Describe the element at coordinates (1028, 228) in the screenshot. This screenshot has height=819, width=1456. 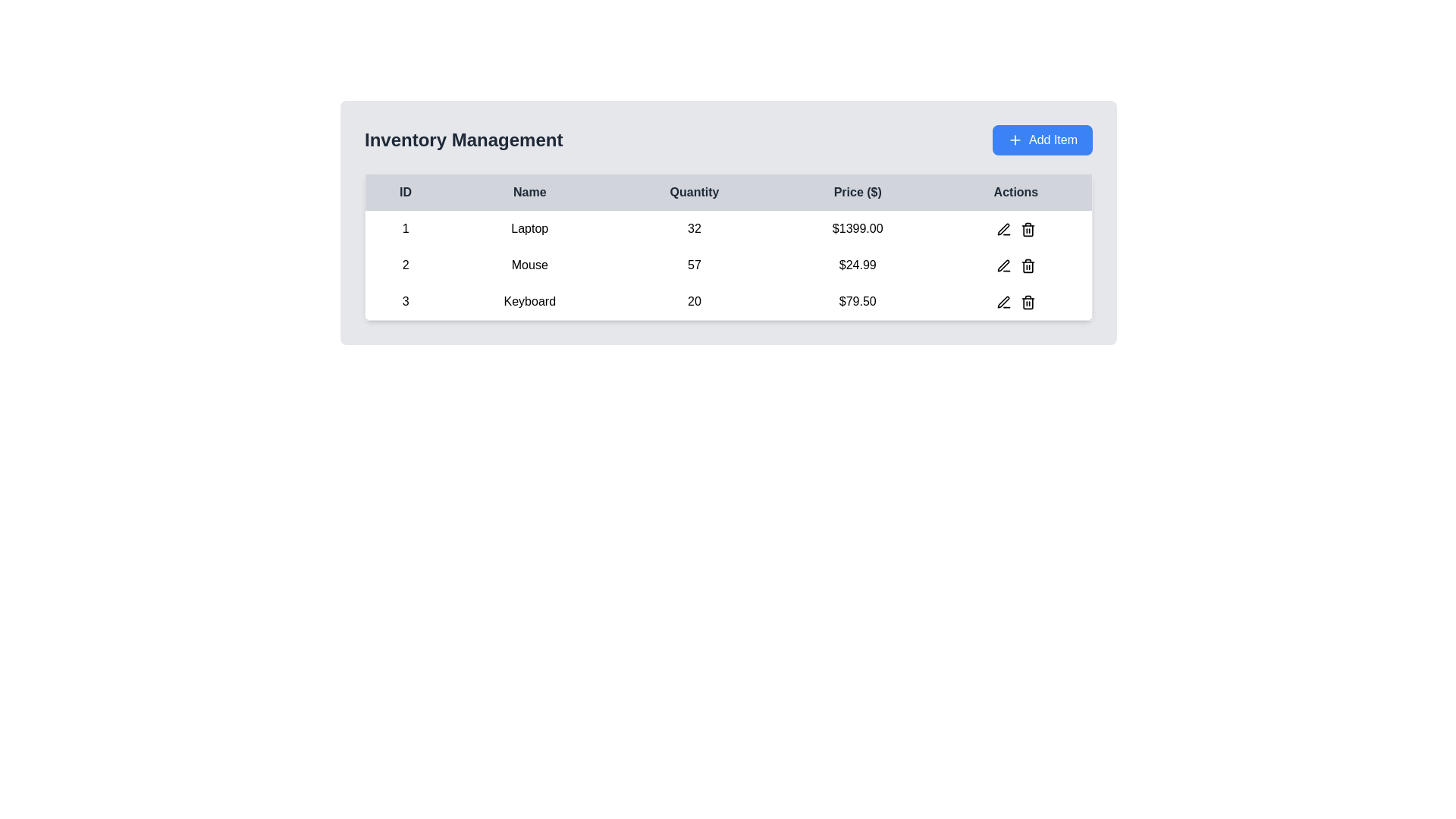
I see `the delete icon button located in the 'Actions' column of the first row in the table` at that location.